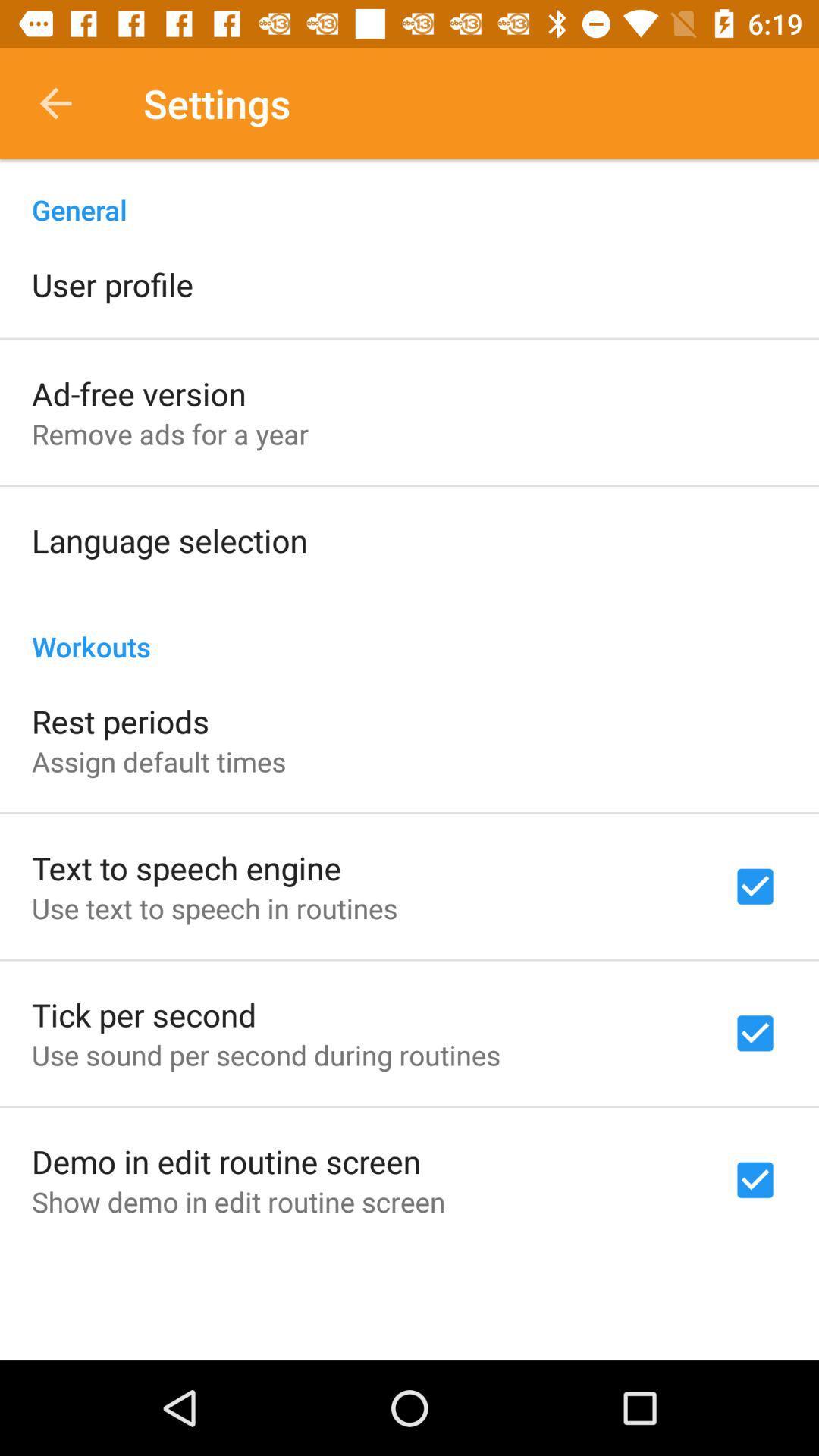  What do you see at coordinates (55, 102) in the screenshot?
I see `the item next to settings icon` at bounding box center [55, 102].